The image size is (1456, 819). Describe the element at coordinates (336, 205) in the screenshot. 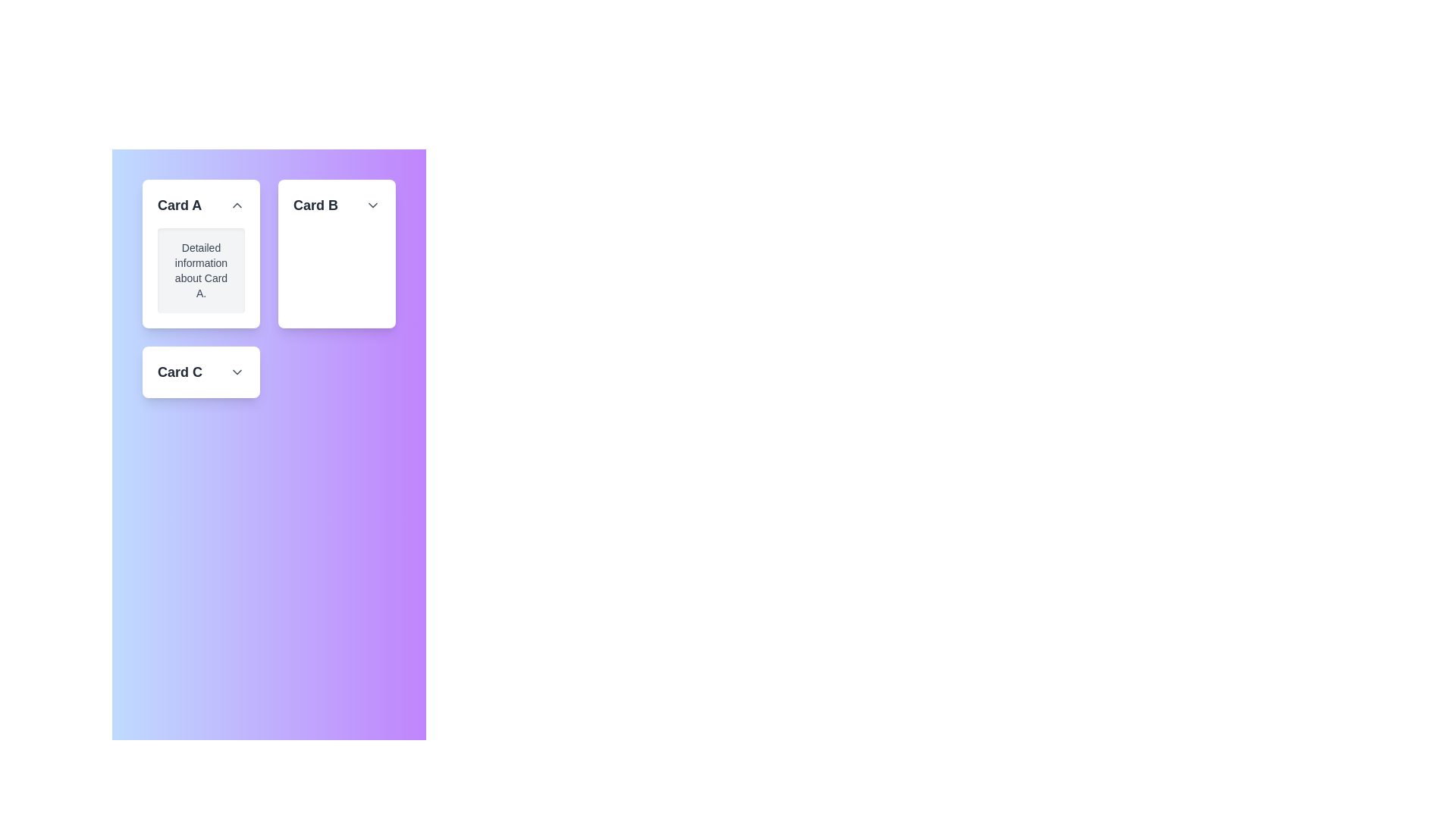

I see `the displayed text of the static text header located at the top center of the white card` at that location.